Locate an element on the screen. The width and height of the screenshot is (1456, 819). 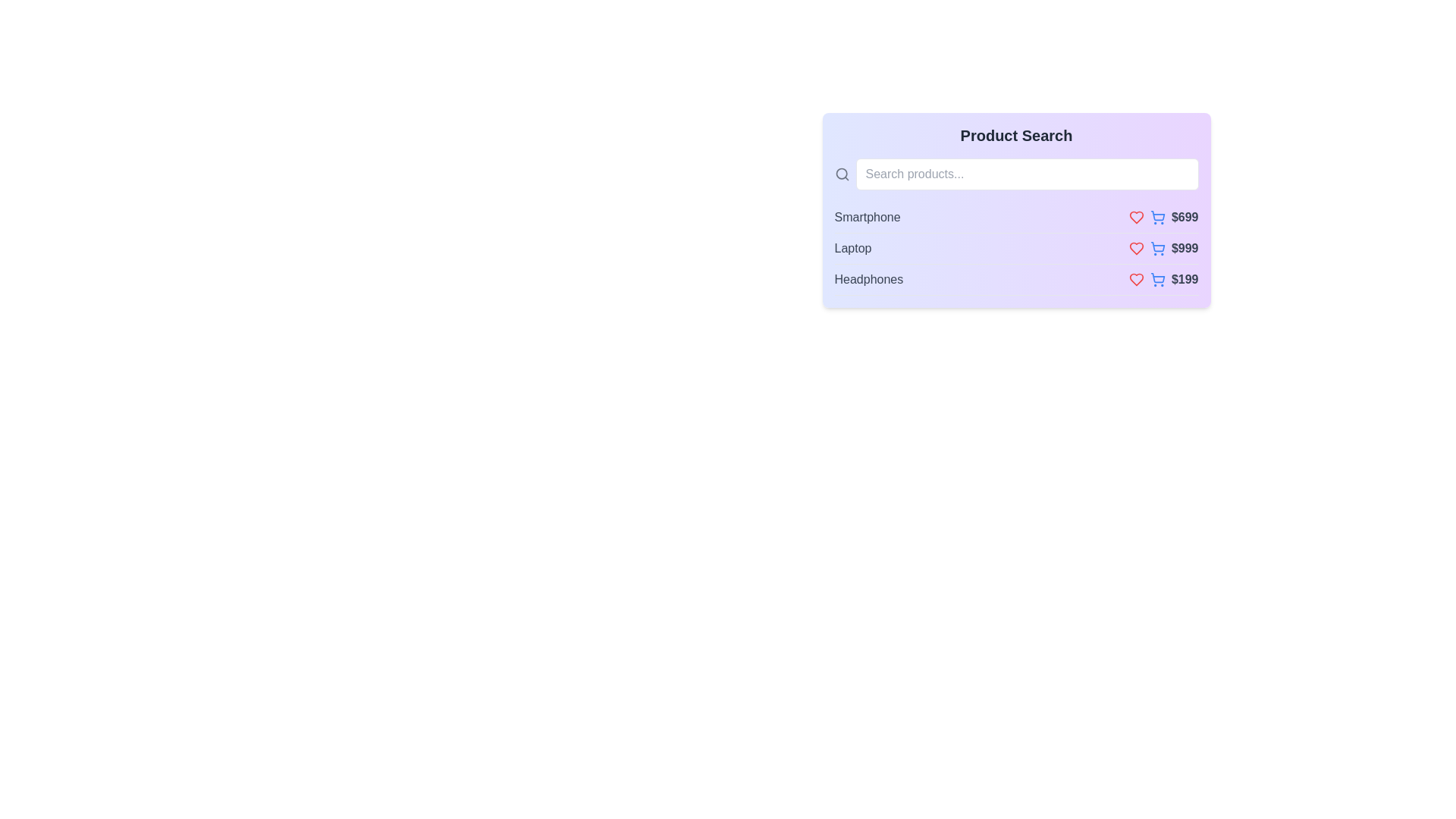
the shopping cart icon with a blue outline is located at coordinates (1156, 278).